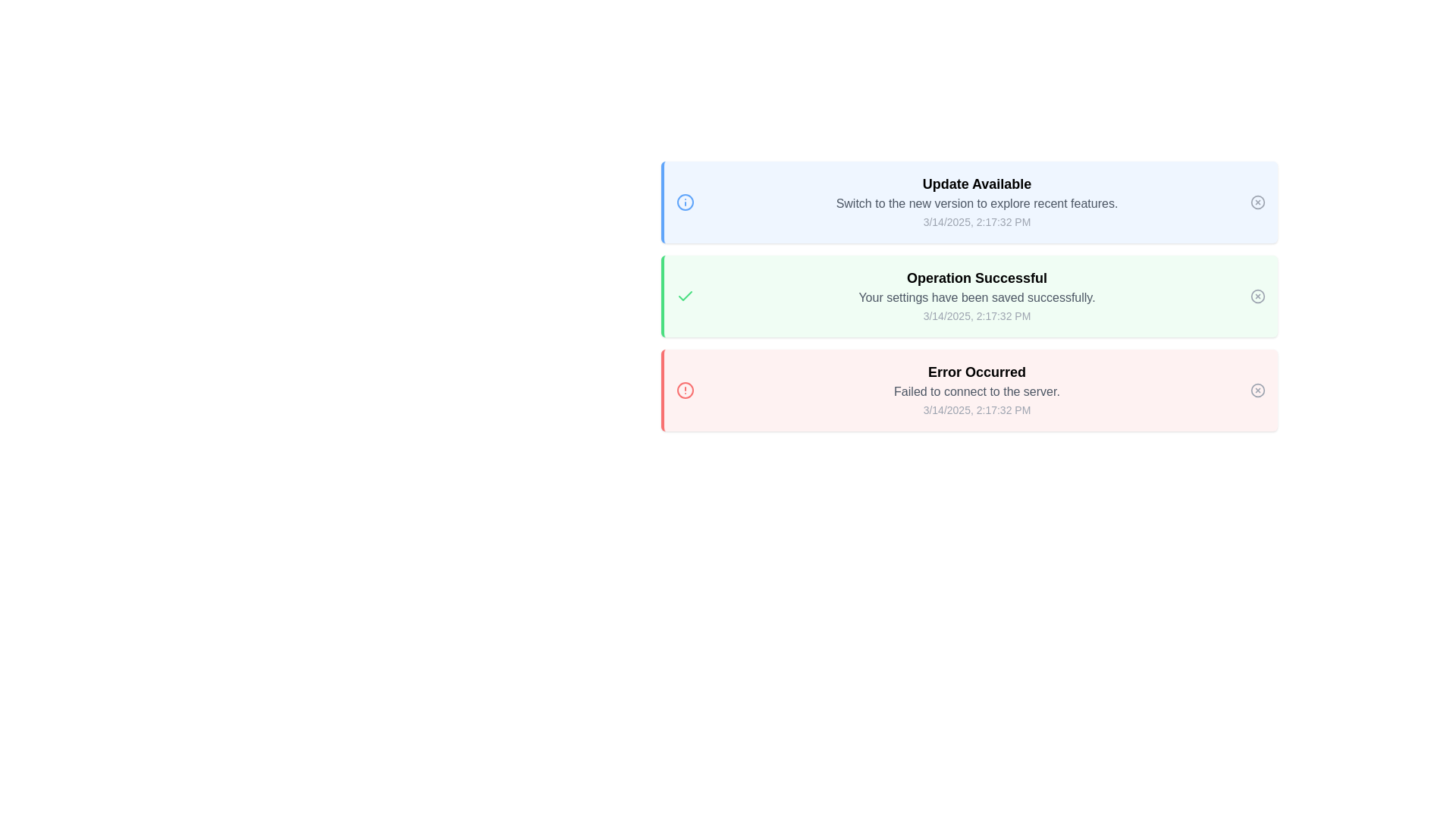  I want to click on the Text Label that signifies the timestamp of the operation, located below the confirmation message 'Your settings have been saved successfully.', so click(977, 315).